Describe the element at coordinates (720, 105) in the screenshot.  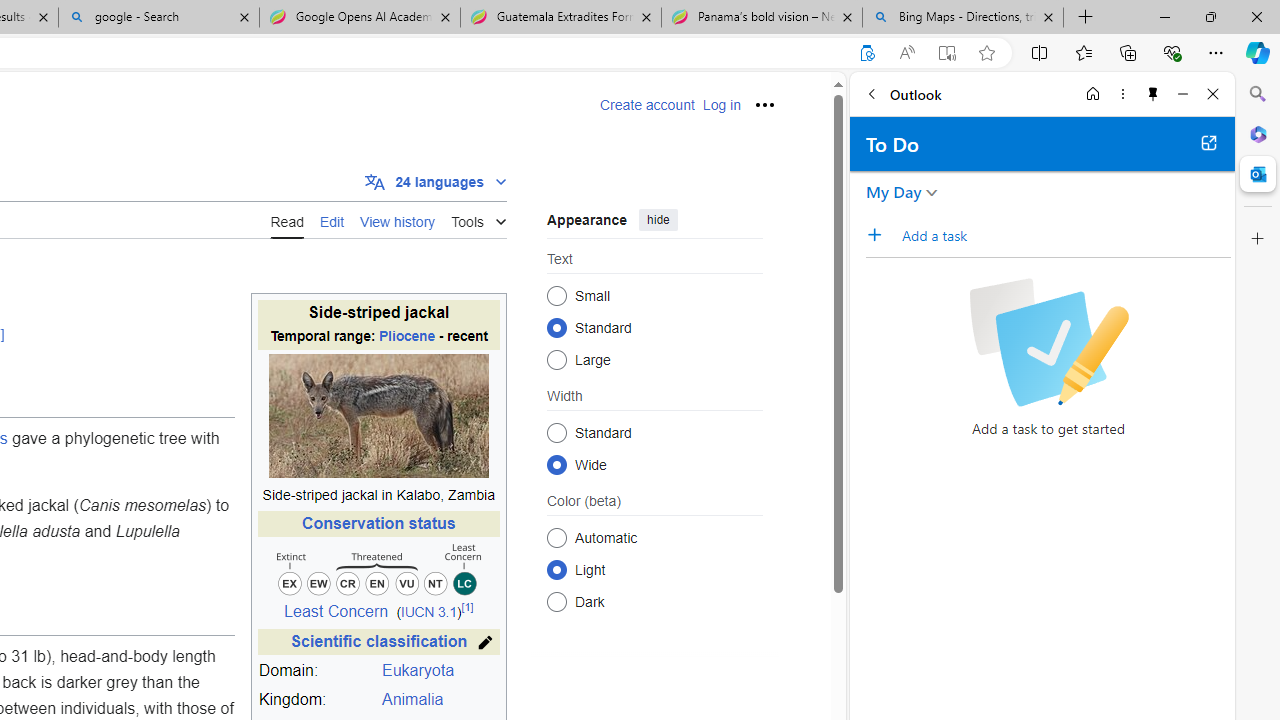
I see `'Log in'` at that location.